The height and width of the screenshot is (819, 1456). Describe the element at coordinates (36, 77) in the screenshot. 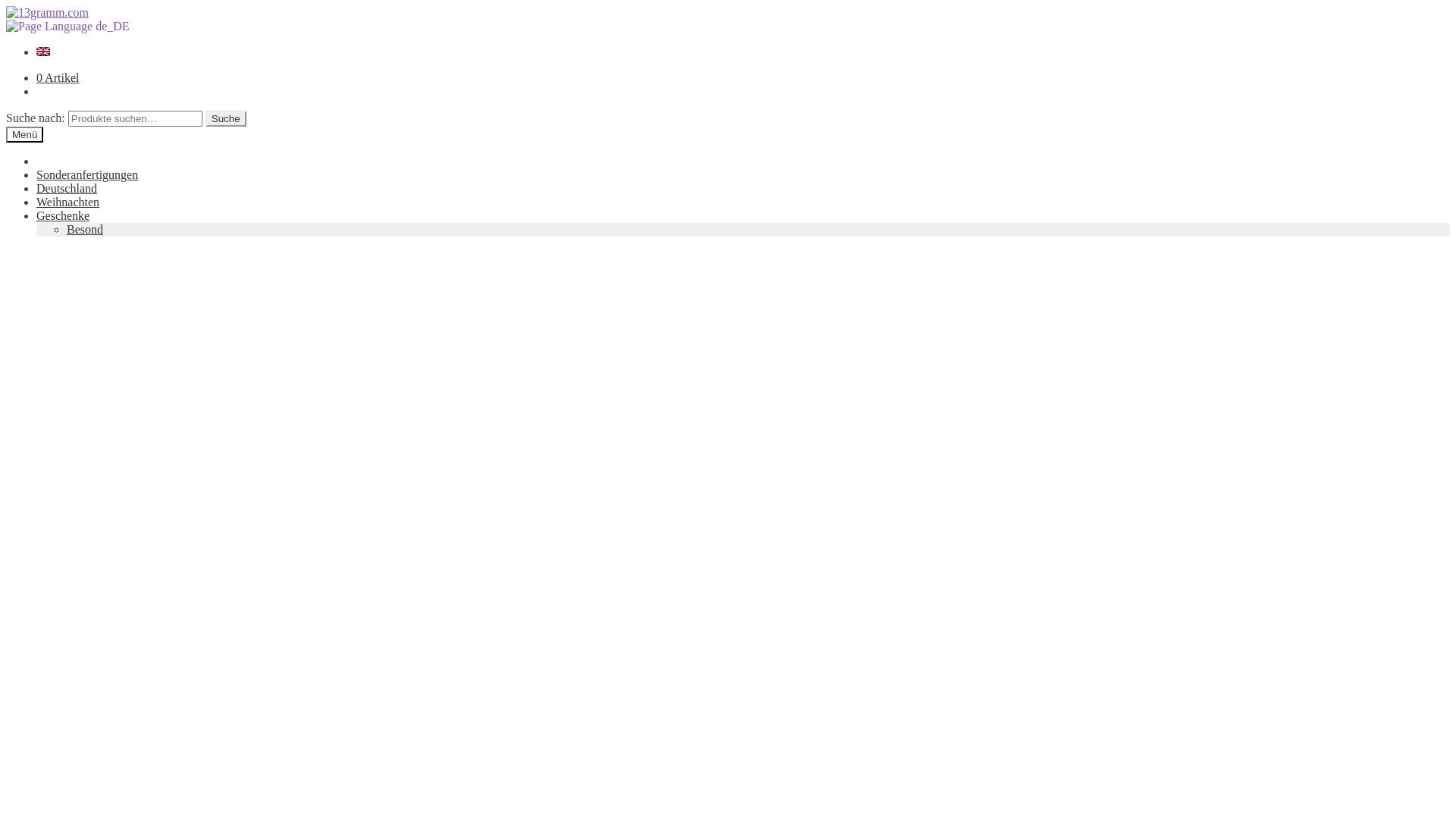

I see `'0 Artikel'` at that location.